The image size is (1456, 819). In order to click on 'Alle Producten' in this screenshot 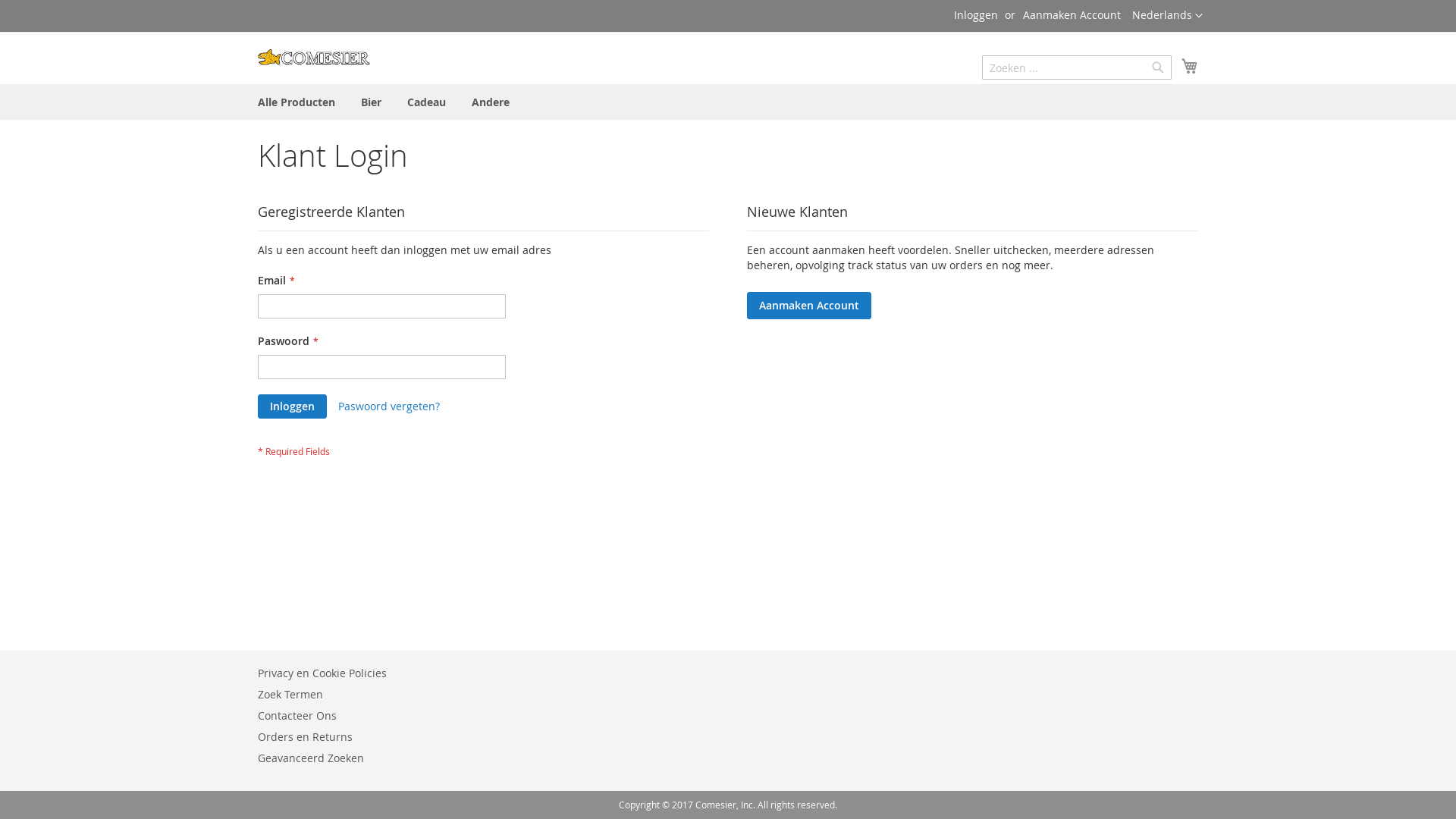, I will do `click(248, 102)`.